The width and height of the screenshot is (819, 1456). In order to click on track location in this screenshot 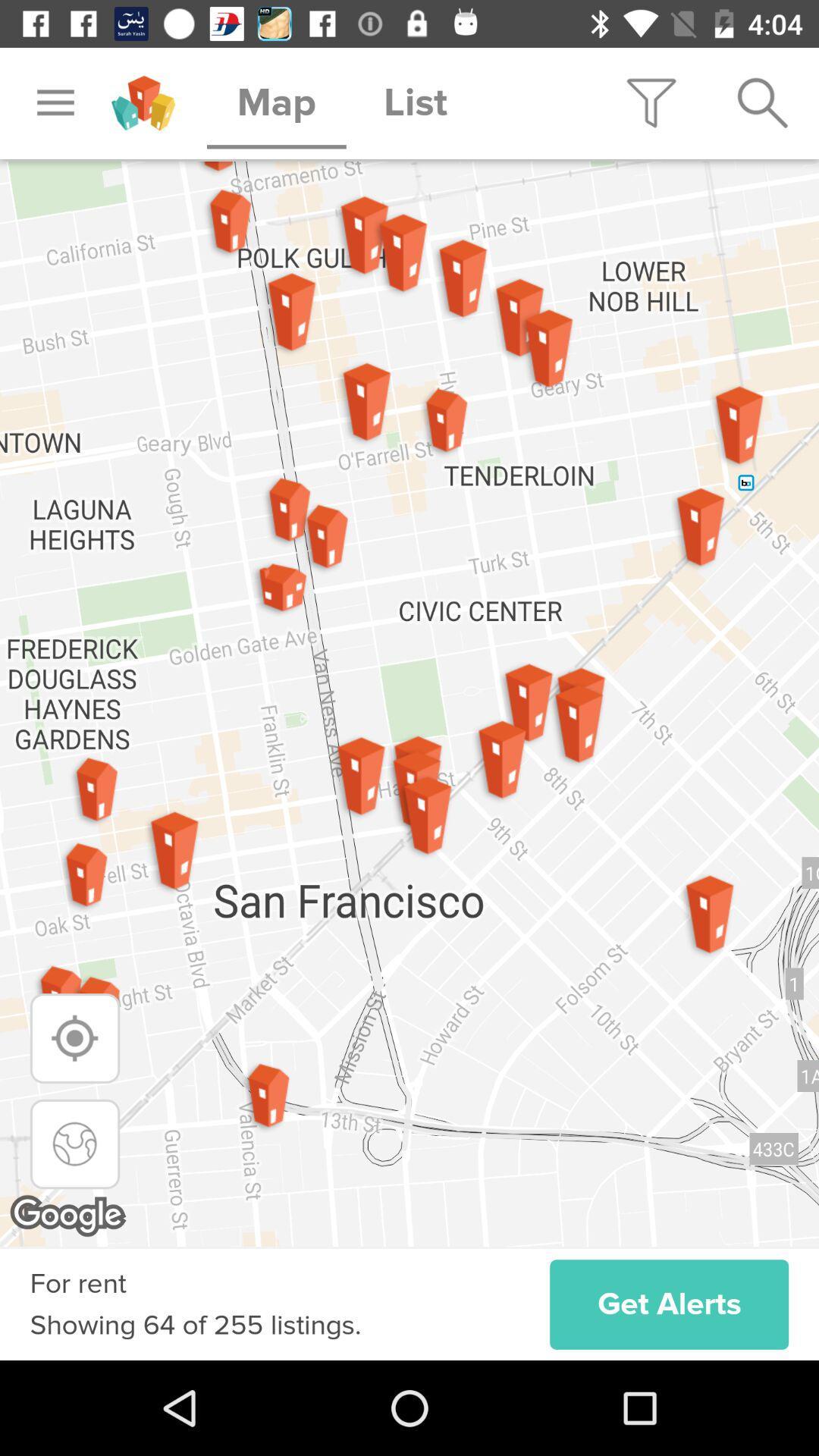, I will do `click(75, 1037)`.